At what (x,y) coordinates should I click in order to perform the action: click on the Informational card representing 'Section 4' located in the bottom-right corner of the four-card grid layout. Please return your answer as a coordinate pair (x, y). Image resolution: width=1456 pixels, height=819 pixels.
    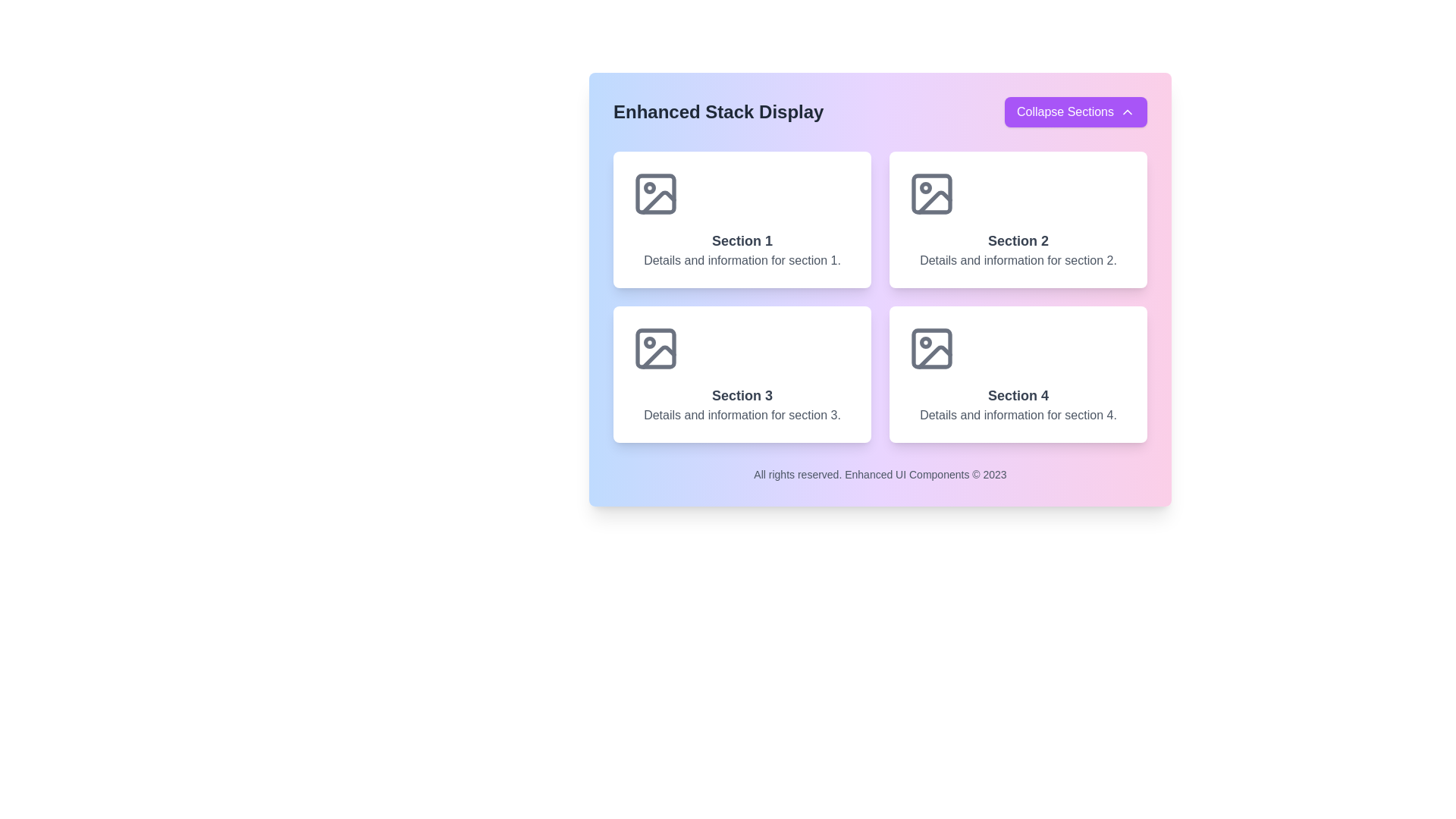
    Looking at the image, I should click on (1018, 374).